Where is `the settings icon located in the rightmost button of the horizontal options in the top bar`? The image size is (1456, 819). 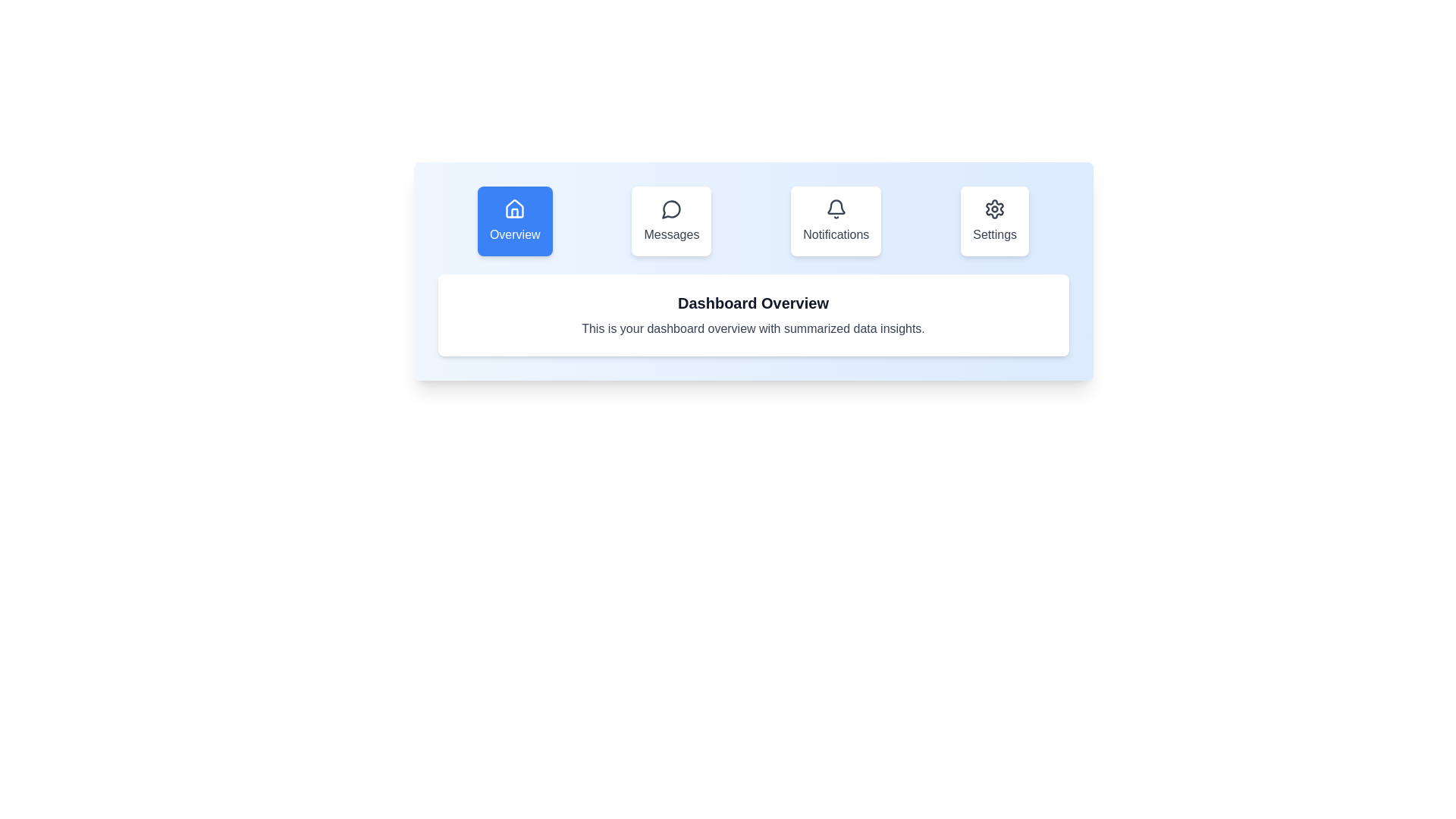 the settings icon located in the rightmost button of the horizontal options in the top bar is located at coordinates (994, 209).